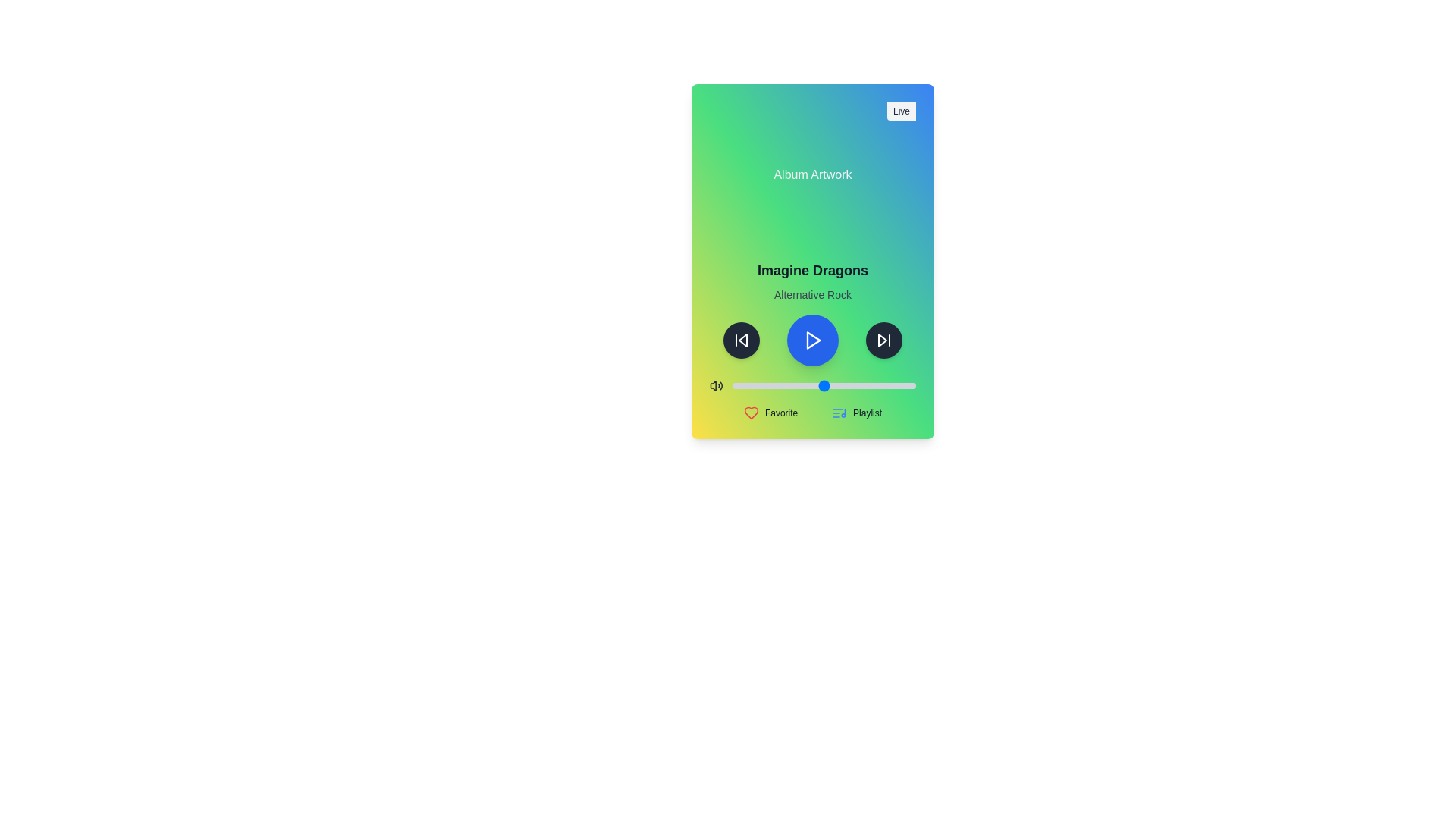 The height and width of the screenshot is (819, 1456). Describe the element at coordinates (839, 413) in the screenshot. I see `the blue SVG icon resembling a list and musical note, which is located to the left of the 'Playlist' label in the button layout` at that location.